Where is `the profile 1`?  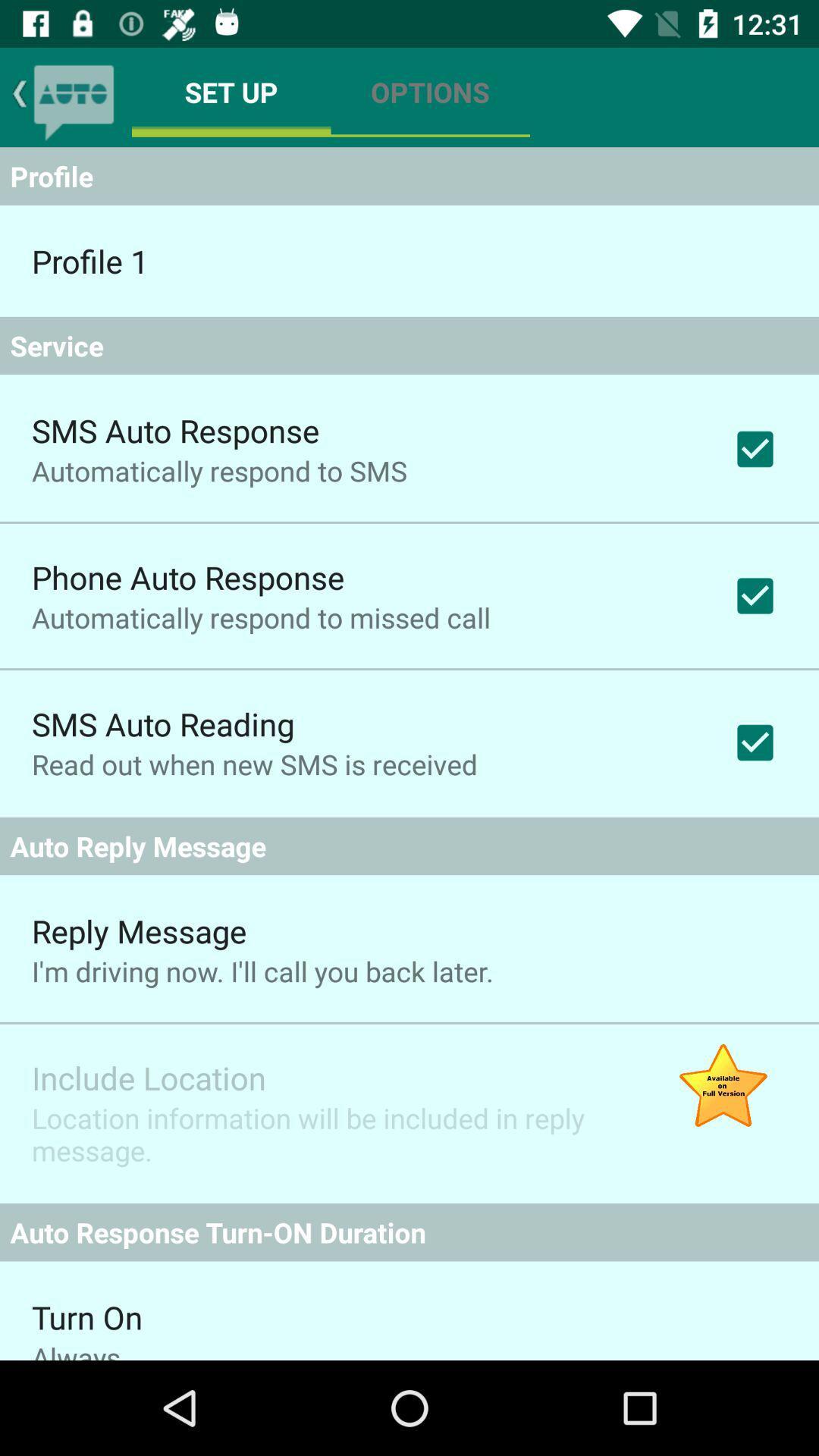 the profile 1 is located at coordinates (89, 261).